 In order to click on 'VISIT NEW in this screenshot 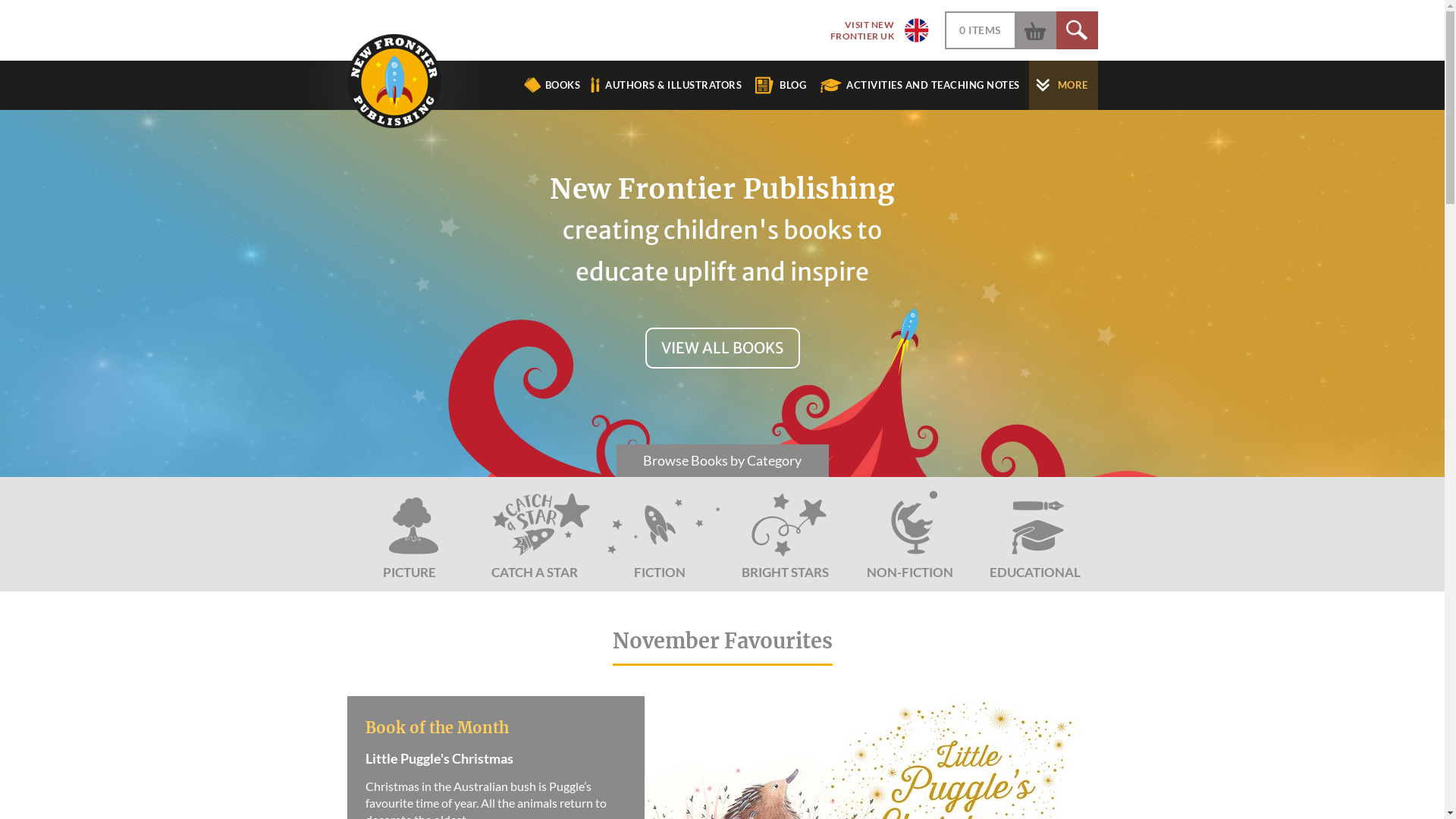, I will do `click(874, 30)`.